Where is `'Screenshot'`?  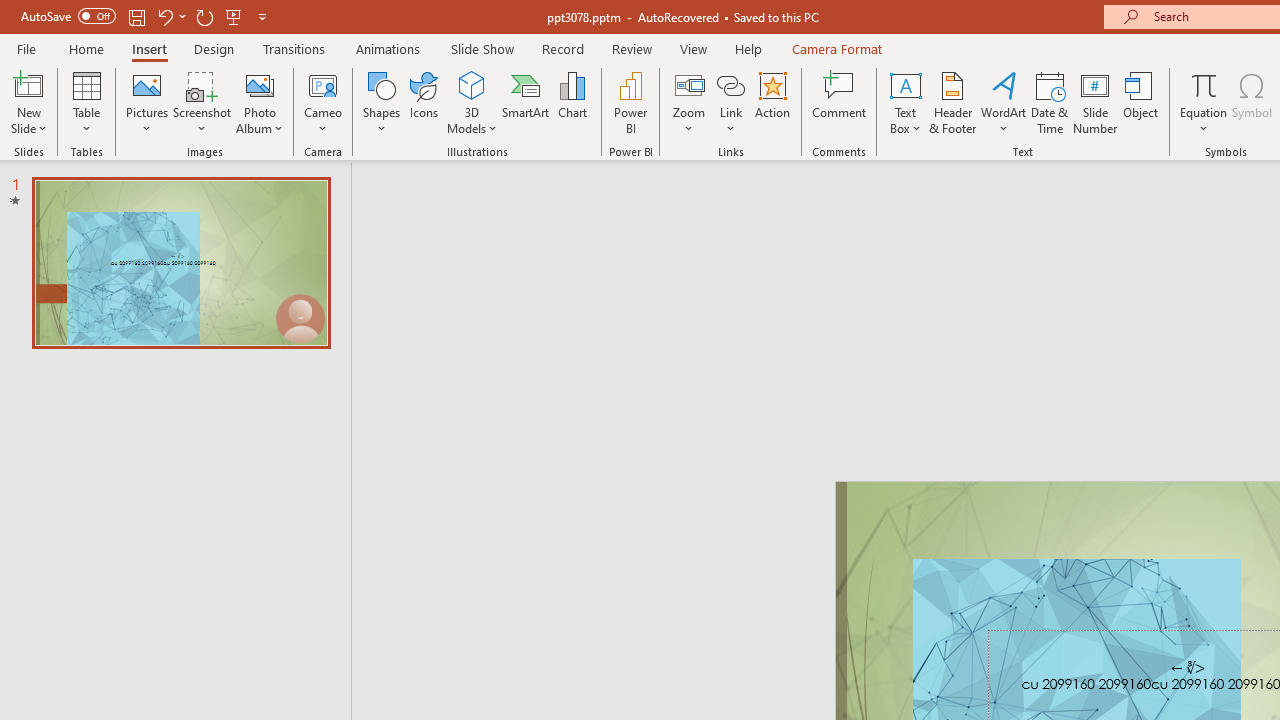
'Screenshot' is located at coordinates (202, 103).